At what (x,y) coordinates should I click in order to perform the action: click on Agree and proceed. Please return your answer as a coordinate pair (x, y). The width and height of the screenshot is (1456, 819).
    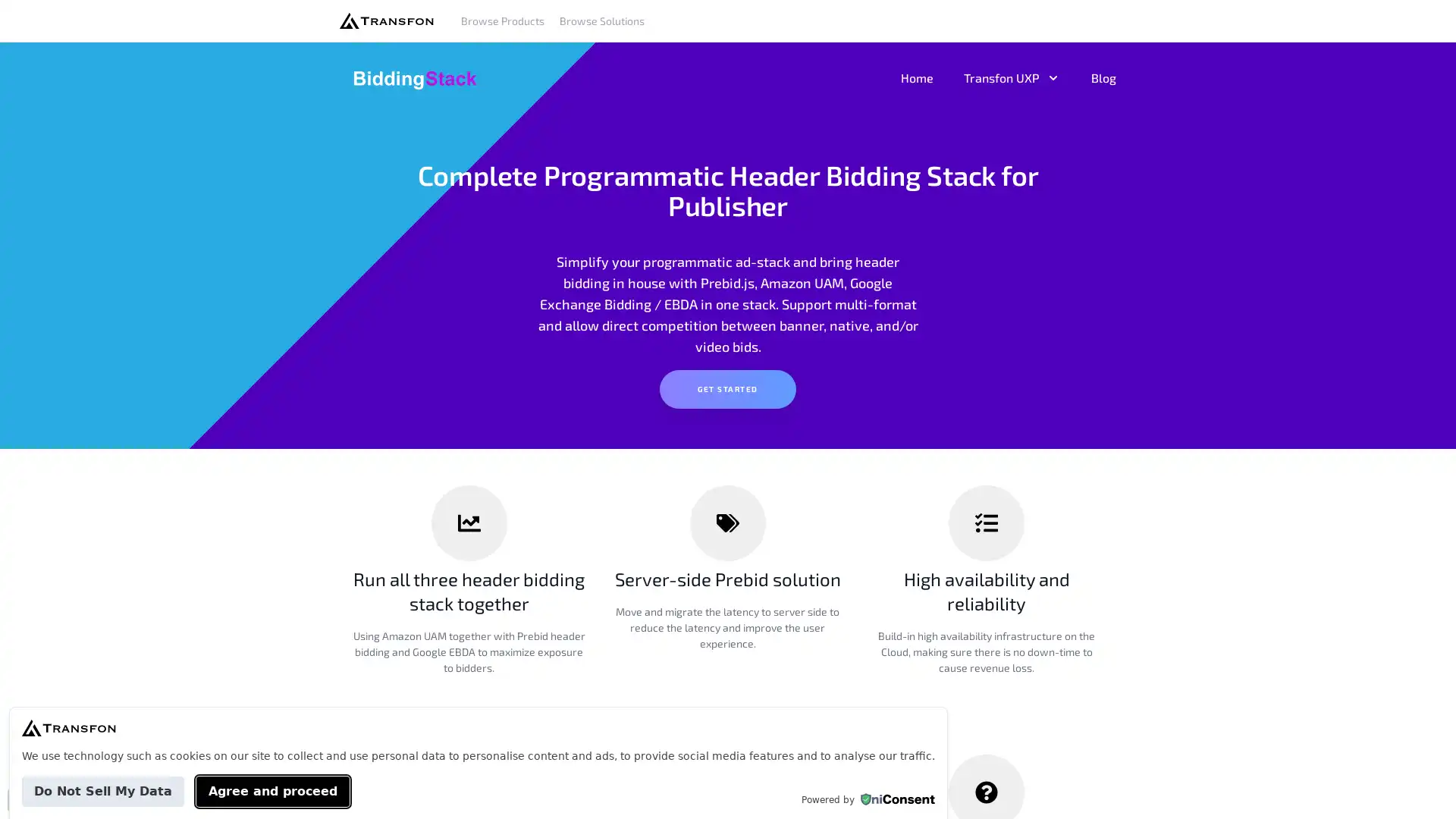
    Looking at the image, I should click on (273, 791).